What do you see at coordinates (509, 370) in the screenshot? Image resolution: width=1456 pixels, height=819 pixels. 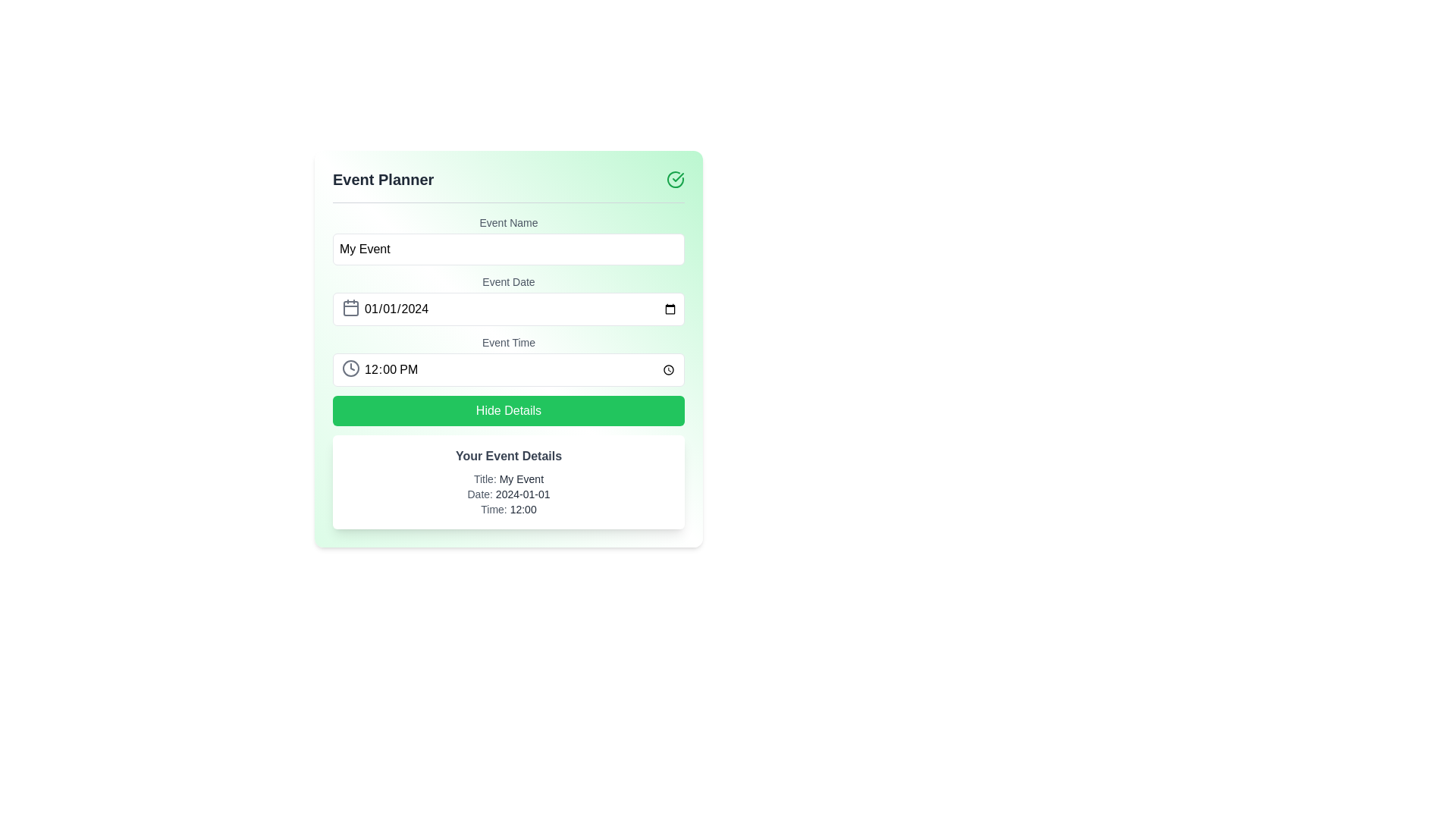 I see `the Time input field in the 'Event Planner' form, which is styled as a rounded box with a white background and contains the time value '12:00 PM'` at bounding box center [509, 370].